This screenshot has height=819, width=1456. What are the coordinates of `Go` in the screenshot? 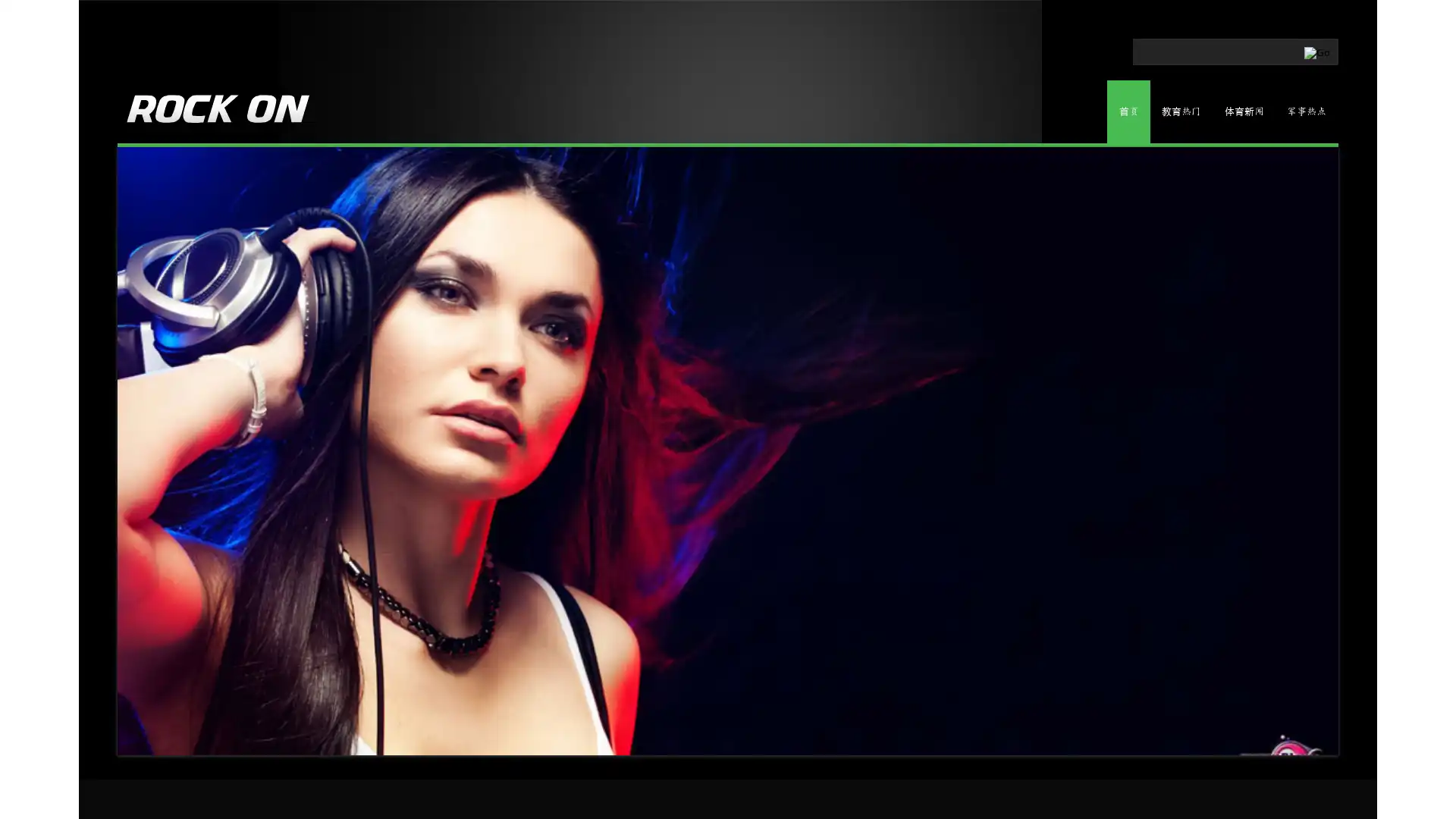 It's located at (1253, 49).